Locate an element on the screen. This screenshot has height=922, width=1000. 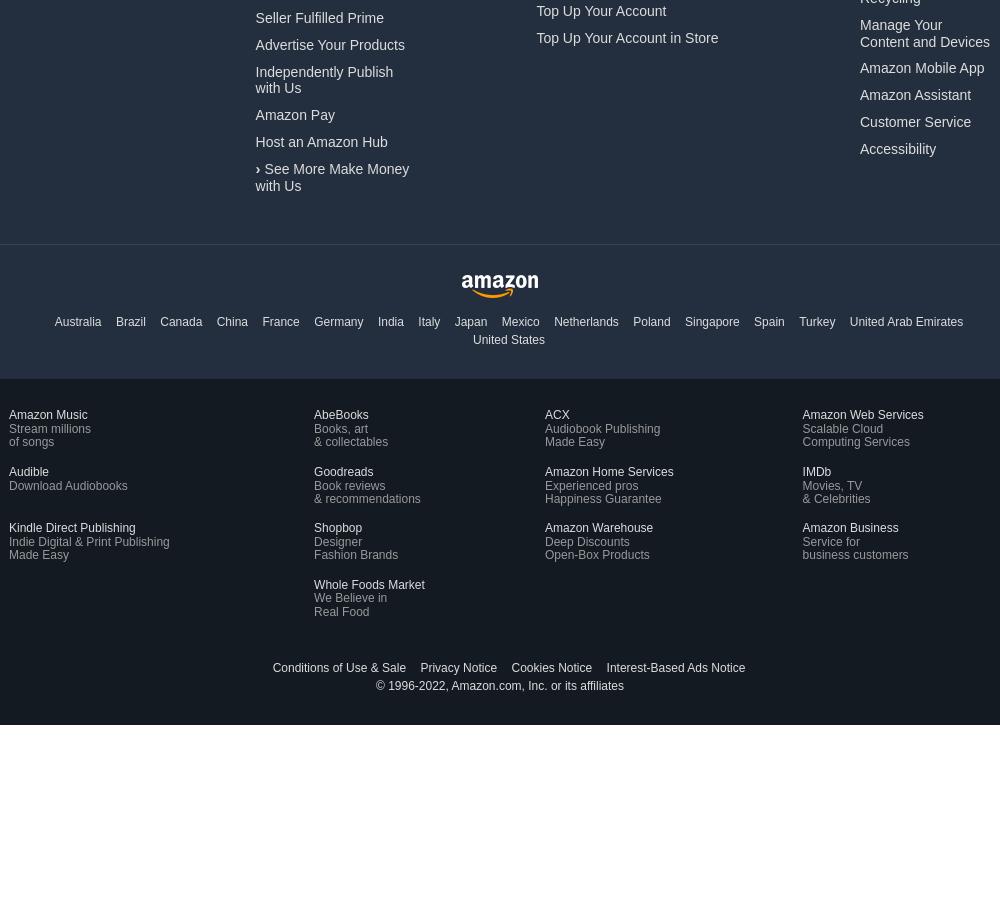
'ACX' is located at coordinates (557, 413).